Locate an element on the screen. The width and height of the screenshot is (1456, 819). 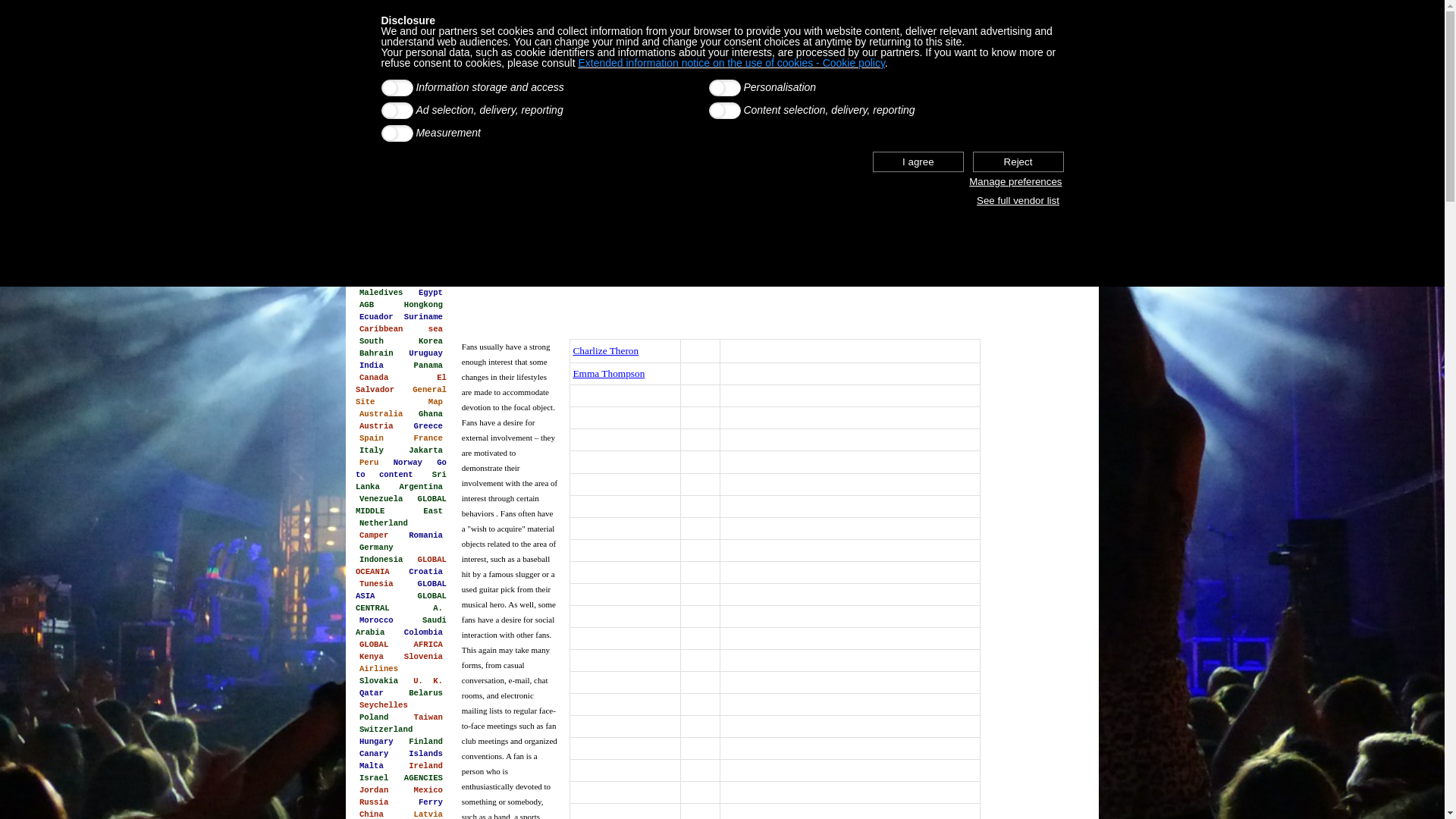
'Suriname' is located at coordinates (423, 315).